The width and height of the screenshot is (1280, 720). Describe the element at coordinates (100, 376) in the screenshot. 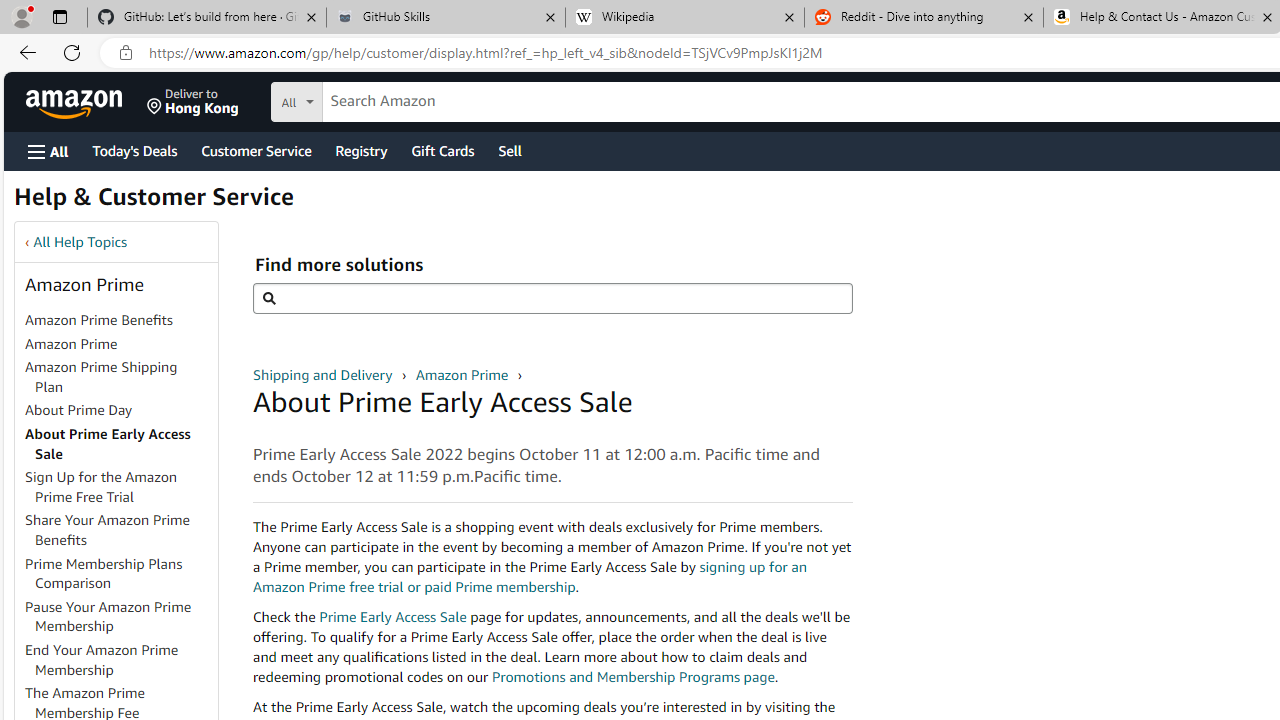

I see `'Amazon Prime Shipping Plan'` at that location.